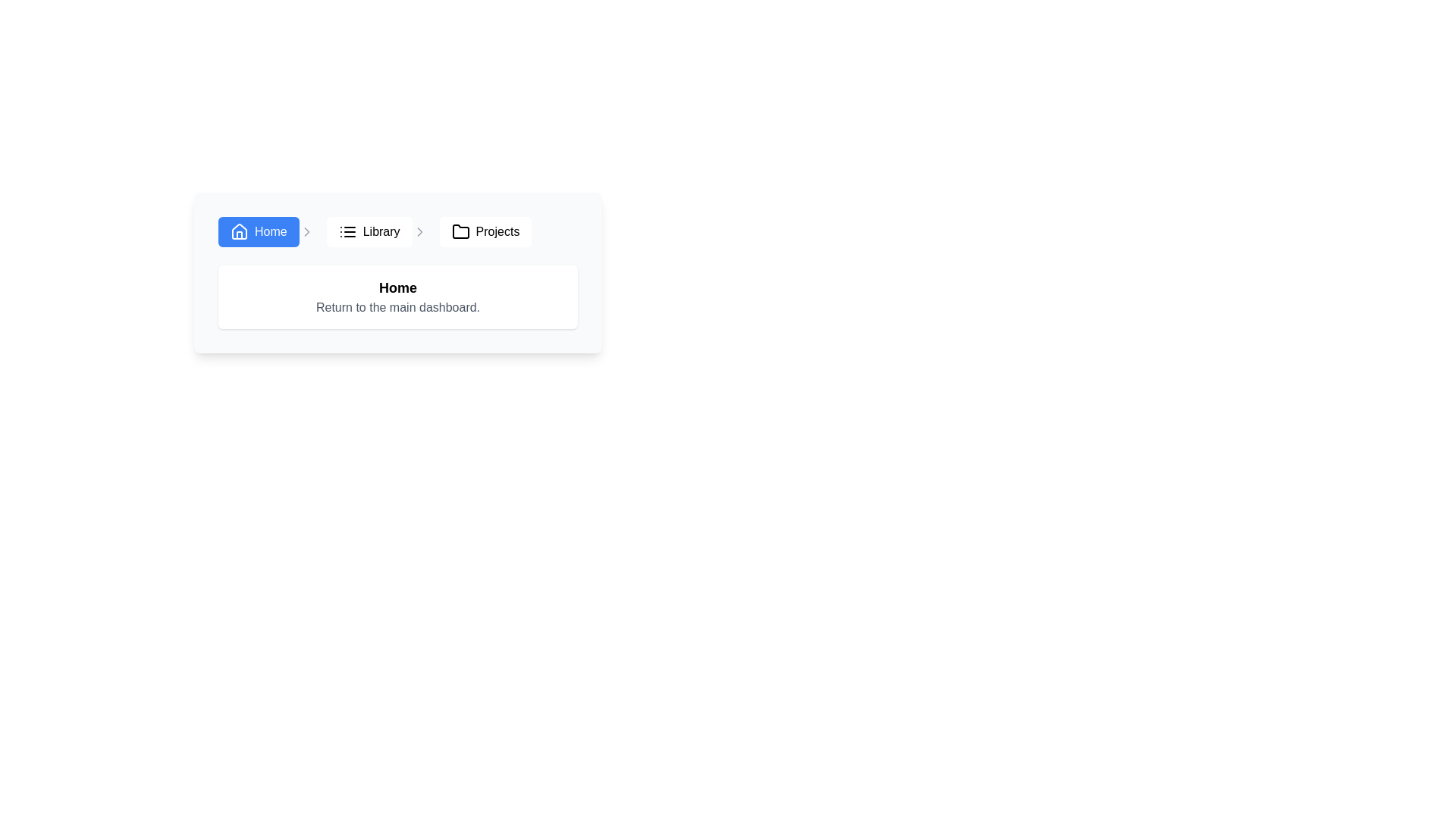 Image resolution: width=1456 pixels, height=819 pixels. I want to click on the chevron icon in the breadcrumb navigation that indicates the transition from 'Home' to 'Library', so click(306, 231).